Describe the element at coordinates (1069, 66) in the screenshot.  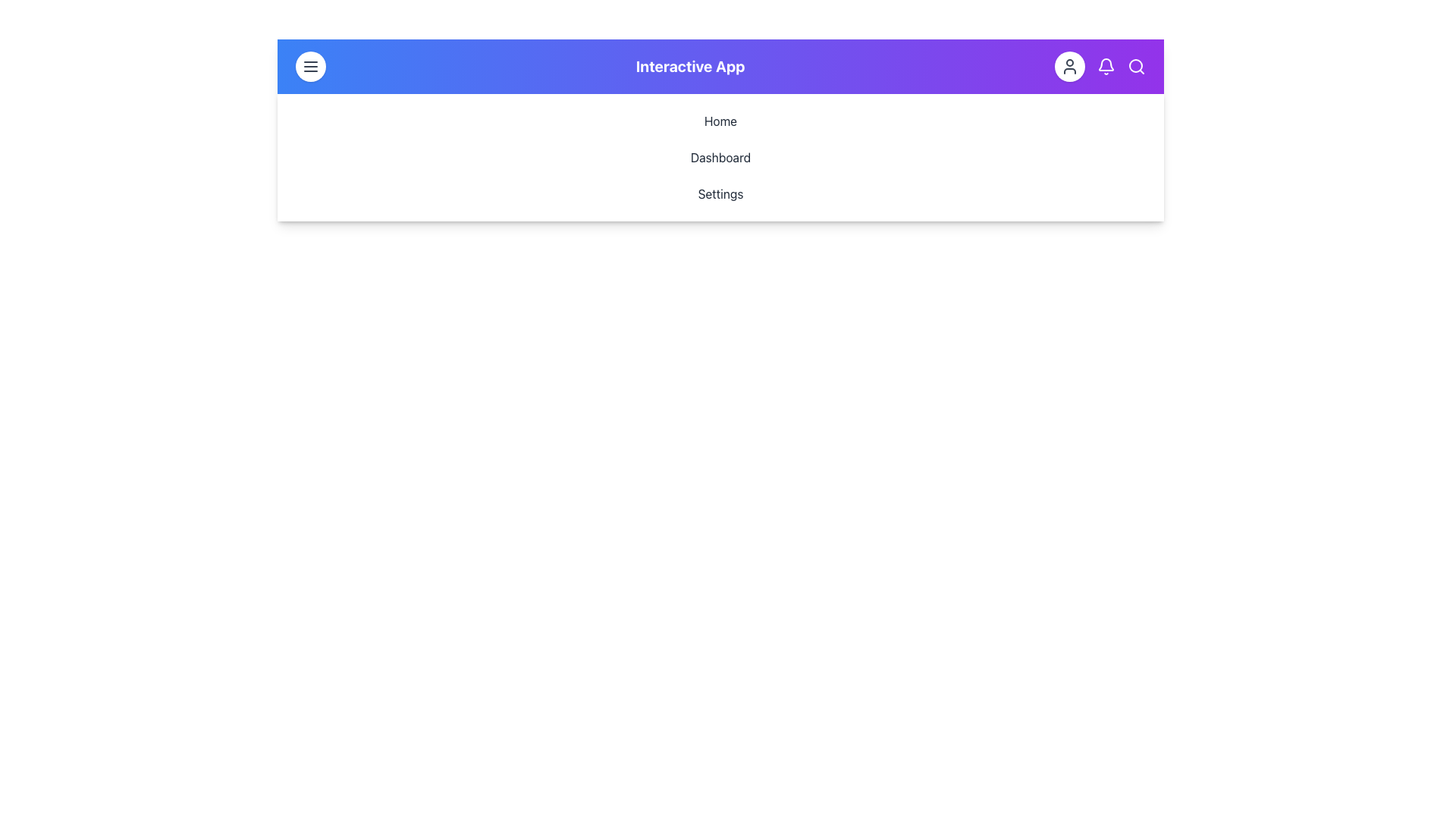
I see `the user profile button located in the top-right corner of the header bar` at that location.